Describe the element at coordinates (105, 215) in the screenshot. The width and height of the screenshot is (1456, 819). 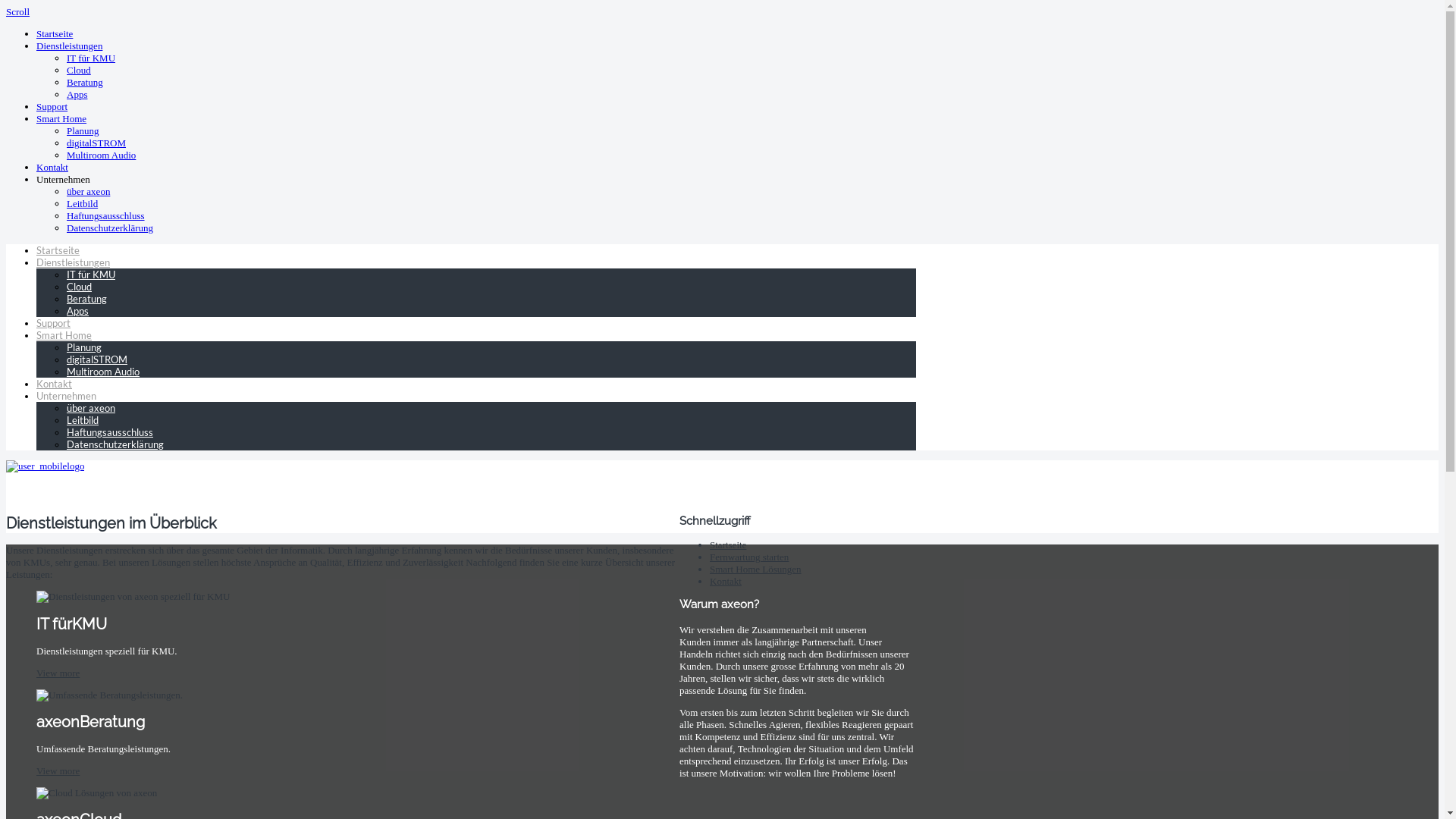
I see `'Haftungsausschluss'` at that location.